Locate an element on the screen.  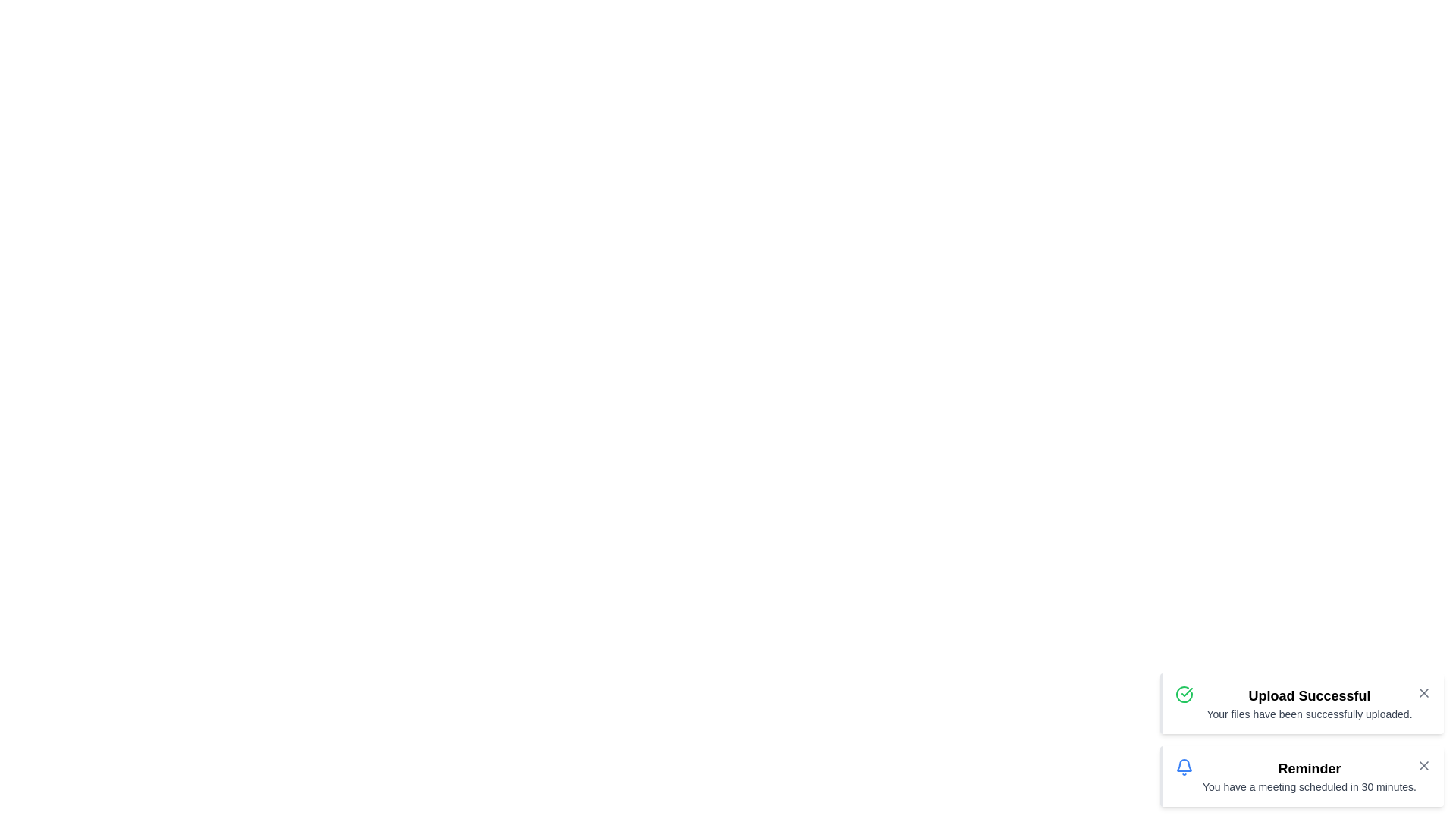
the notification list vertically by -12 pixels is located at coordinates (1301, 739).